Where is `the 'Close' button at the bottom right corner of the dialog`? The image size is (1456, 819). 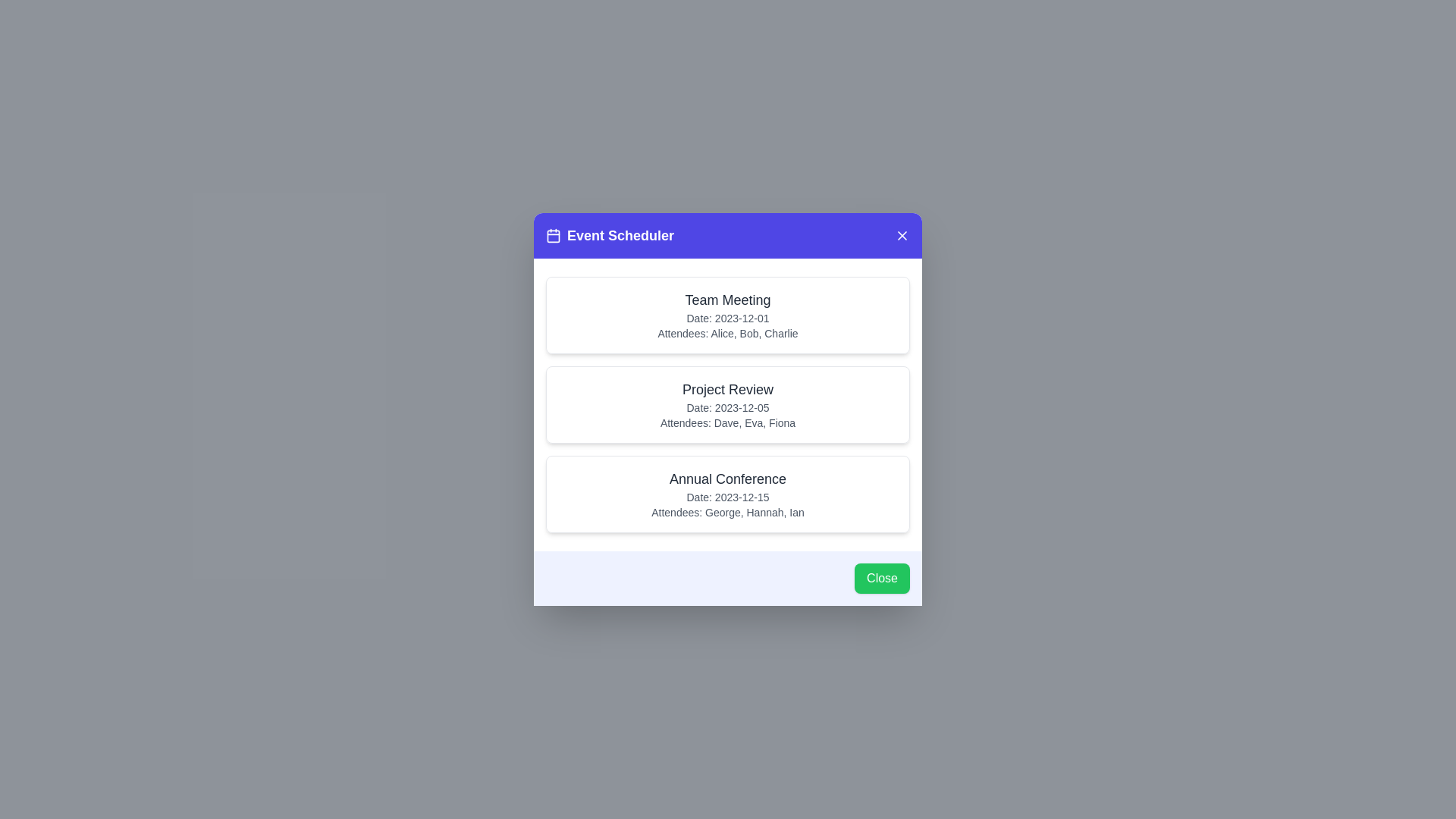
the 'Close' button at the bottom right corner of the dialog is located at coordinates (882, 579).